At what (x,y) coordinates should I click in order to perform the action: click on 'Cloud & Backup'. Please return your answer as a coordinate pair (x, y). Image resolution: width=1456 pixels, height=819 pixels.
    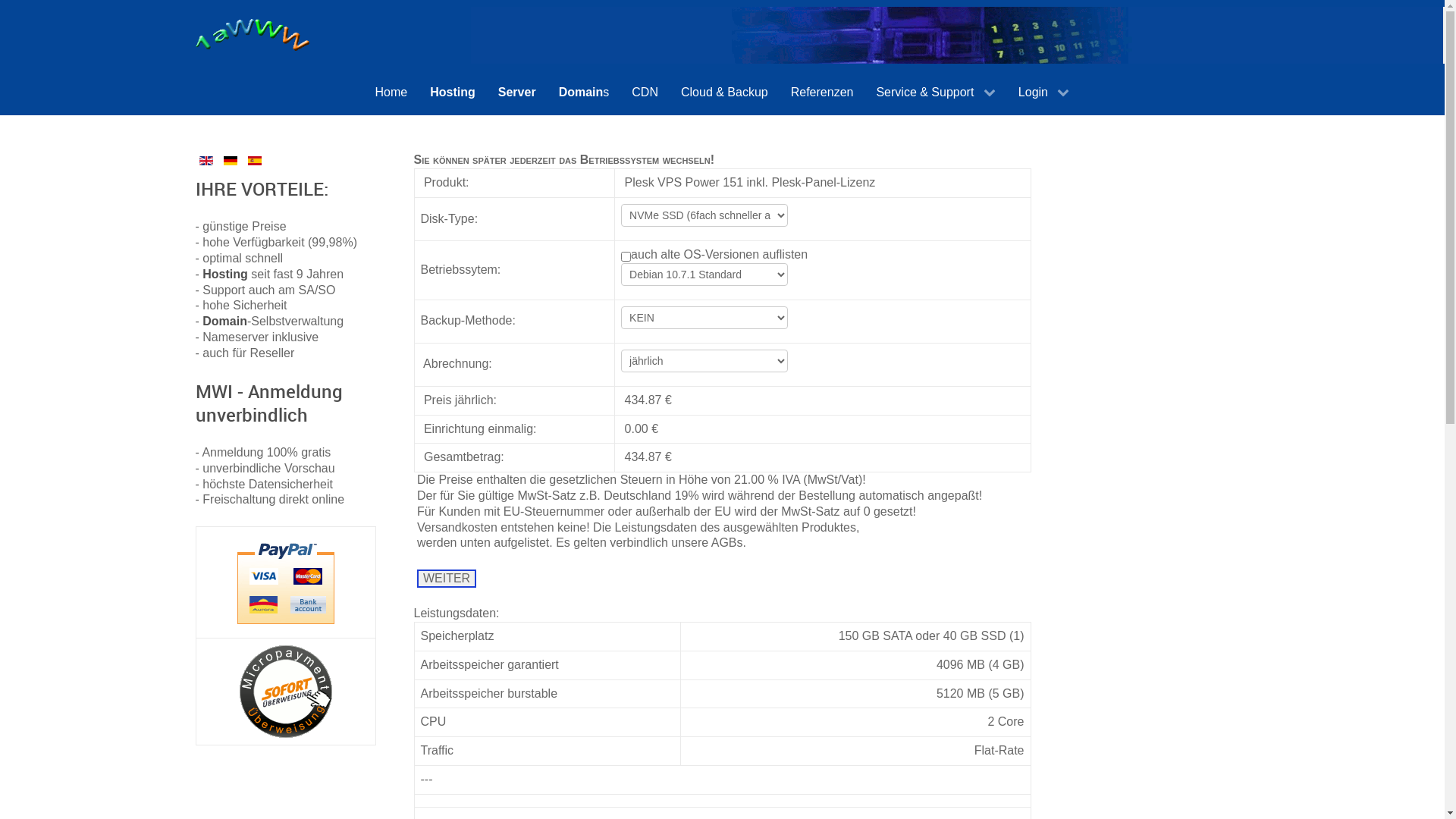
    Looking at the image, I should click on (723, 92).